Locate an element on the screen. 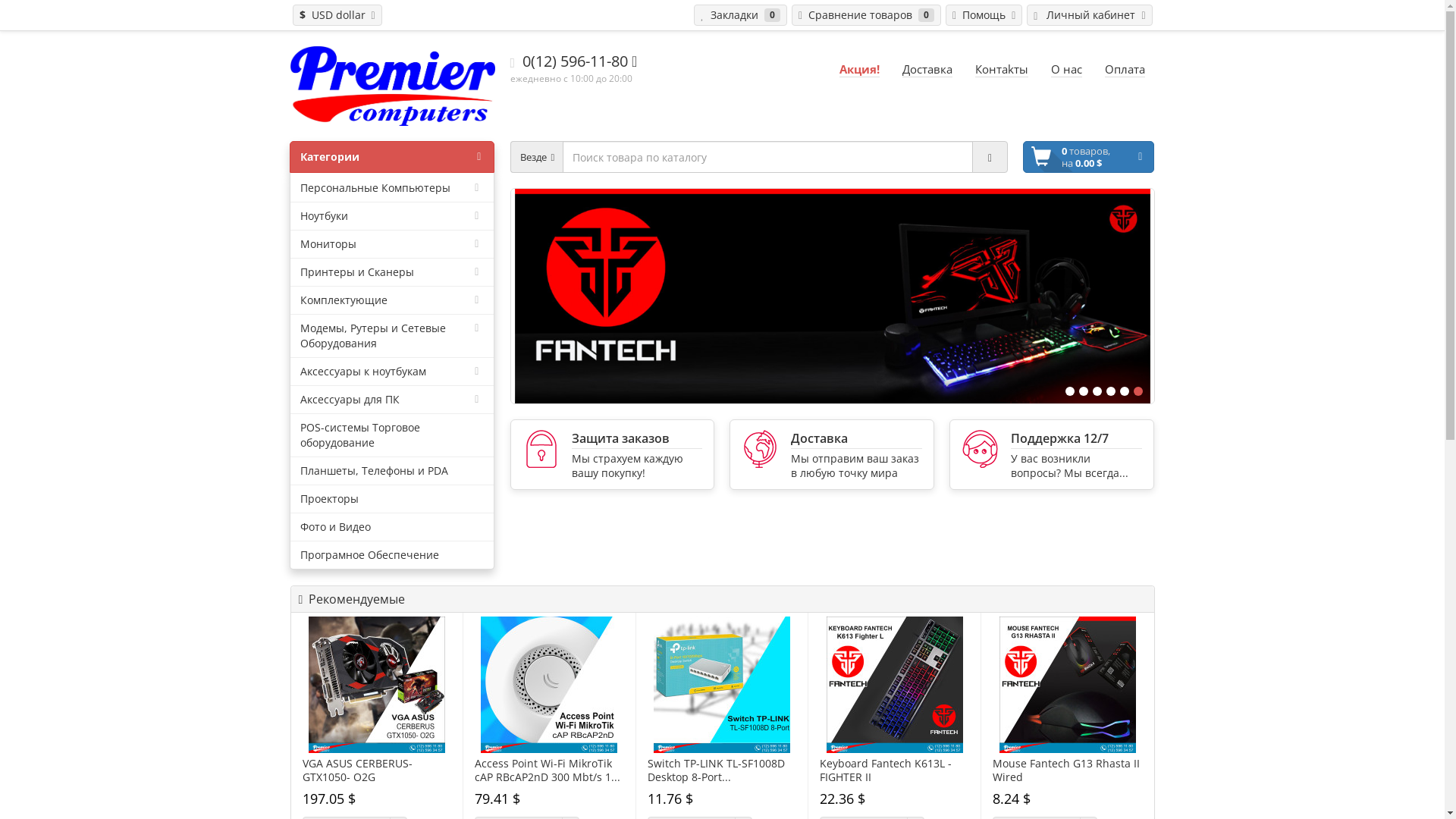 The width and height of the screenshot is (1456, 819). '5' is located at coordinates (1119, 391).